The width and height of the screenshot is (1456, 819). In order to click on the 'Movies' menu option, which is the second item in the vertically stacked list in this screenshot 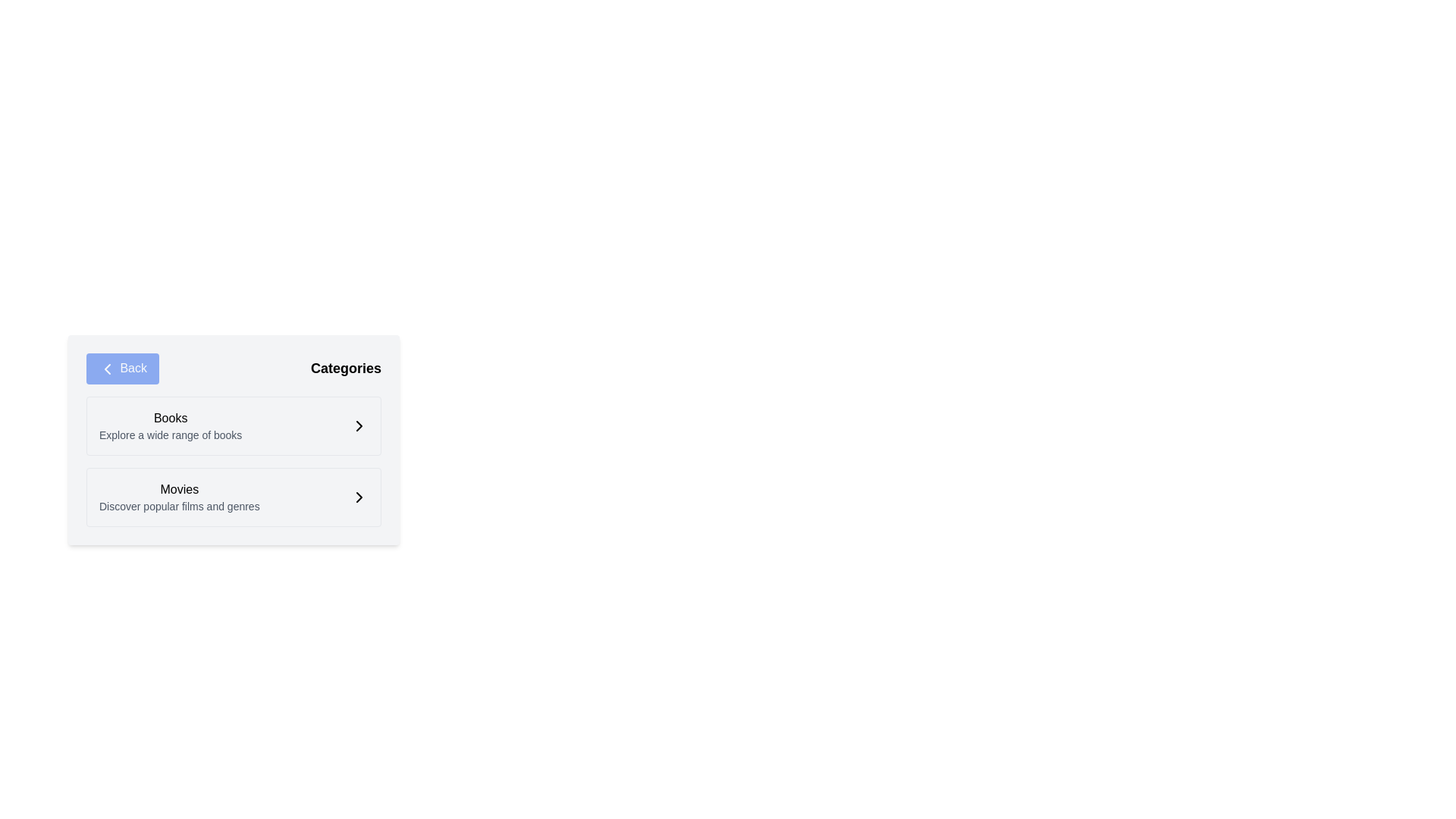, I will do `click(233, 497)`.